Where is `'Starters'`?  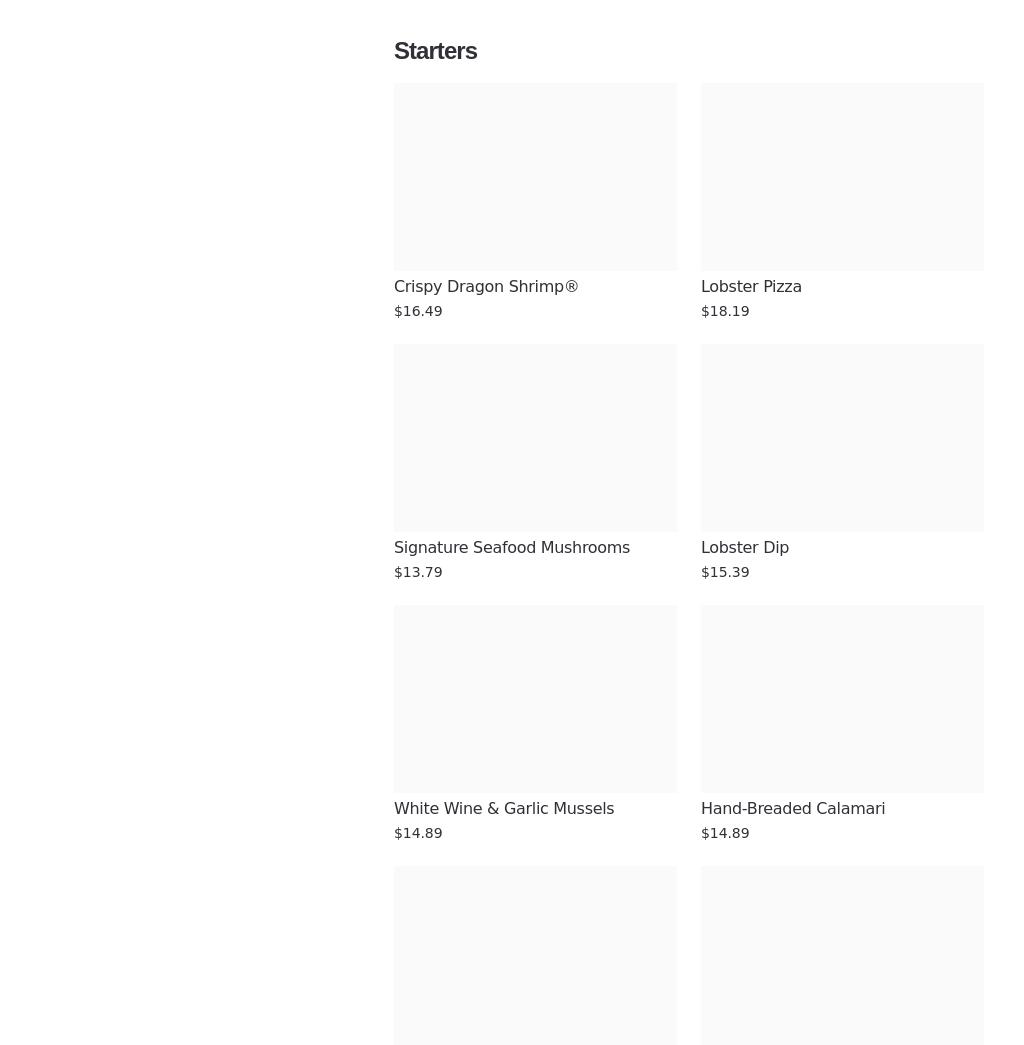 'Starters' is located at coordinates (435, 49).